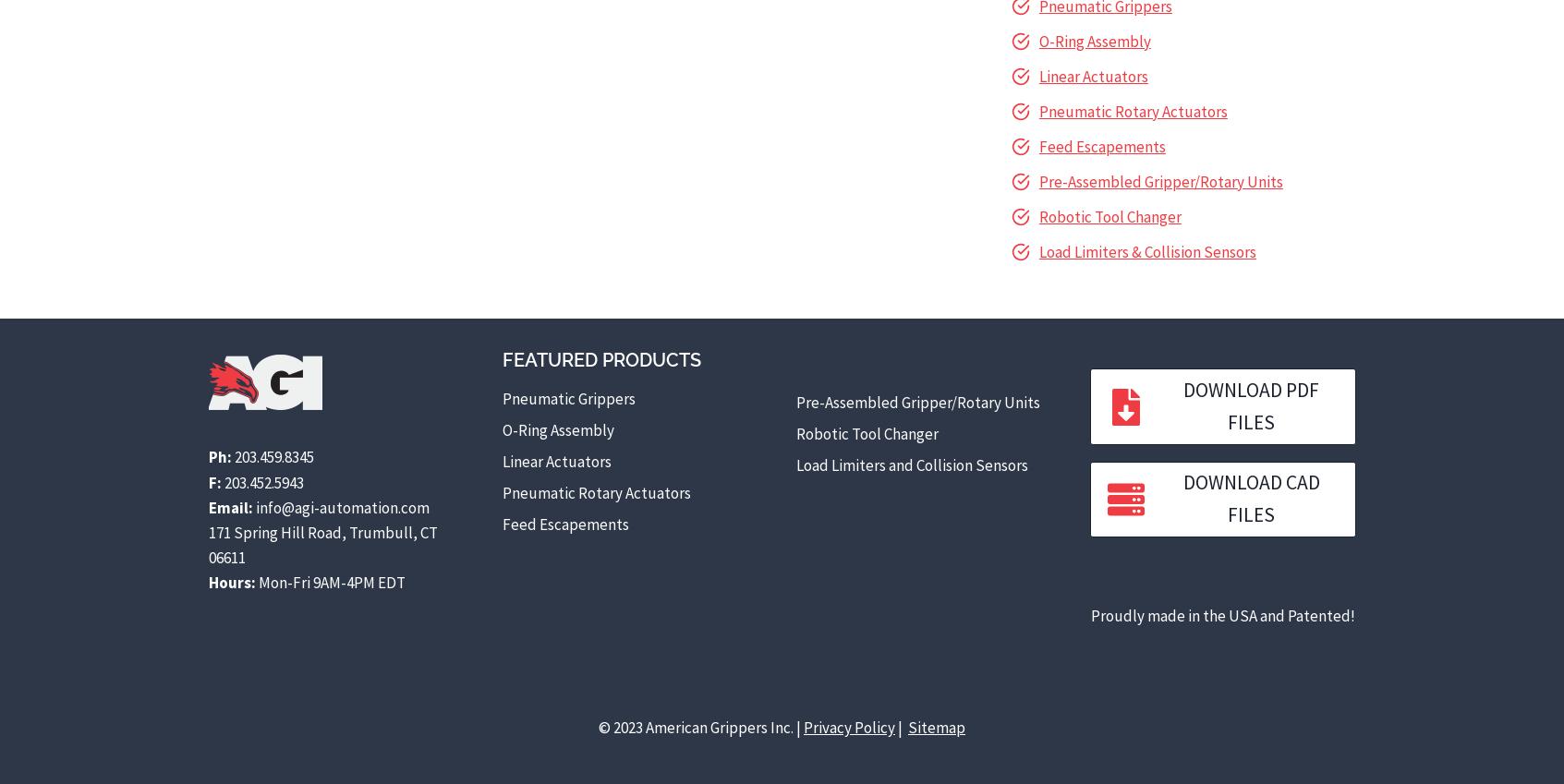 Image resolution: width=1564 pixels, height=784 pixels. I want to click on 'Load Limiters and Collision Sensors', so click(911, 464).